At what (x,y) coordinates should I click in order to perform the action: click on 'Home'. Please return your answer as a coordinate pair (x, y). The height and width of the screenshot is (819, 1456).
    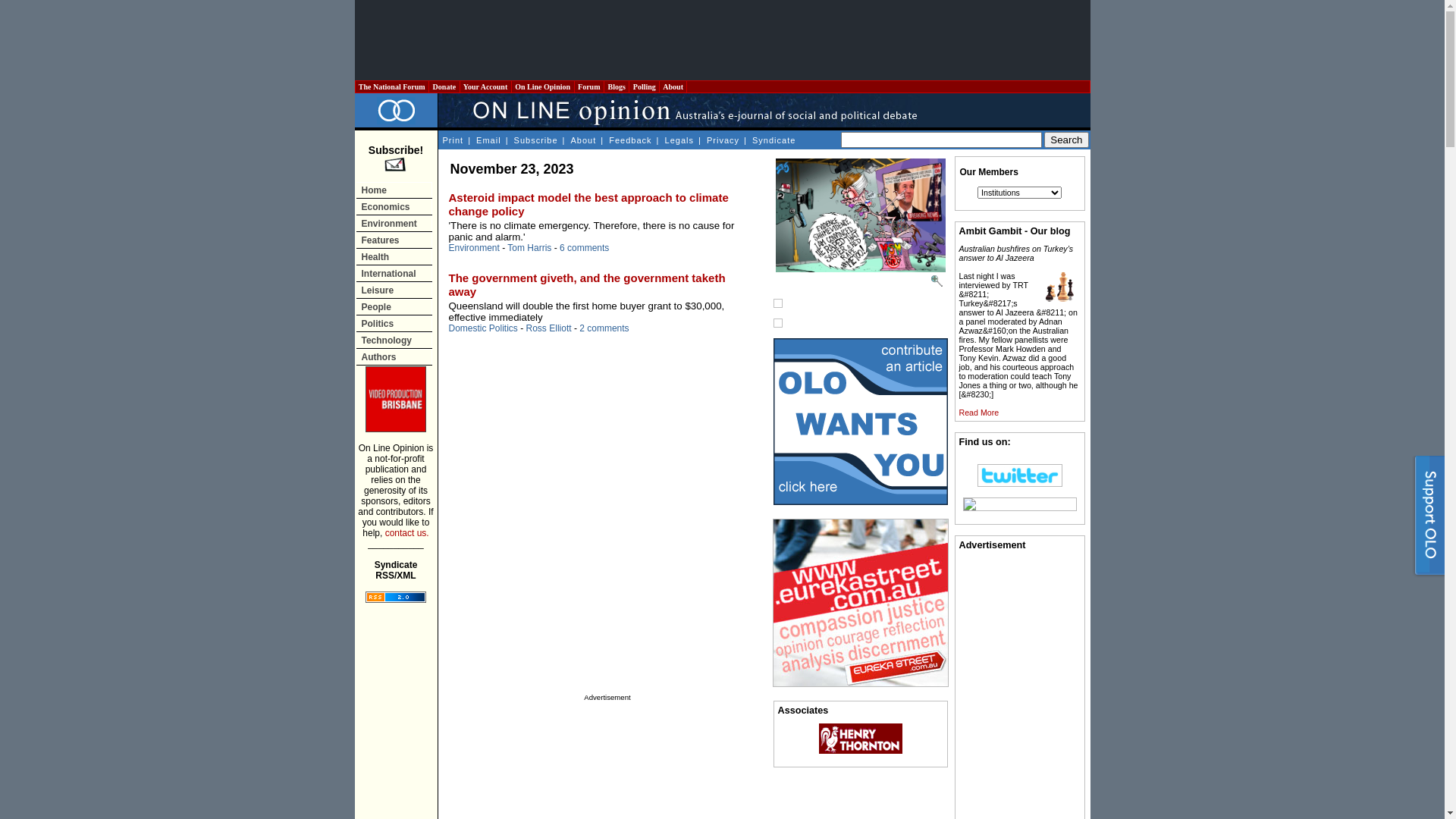
    Looking at the image, I should click on (394, 189).